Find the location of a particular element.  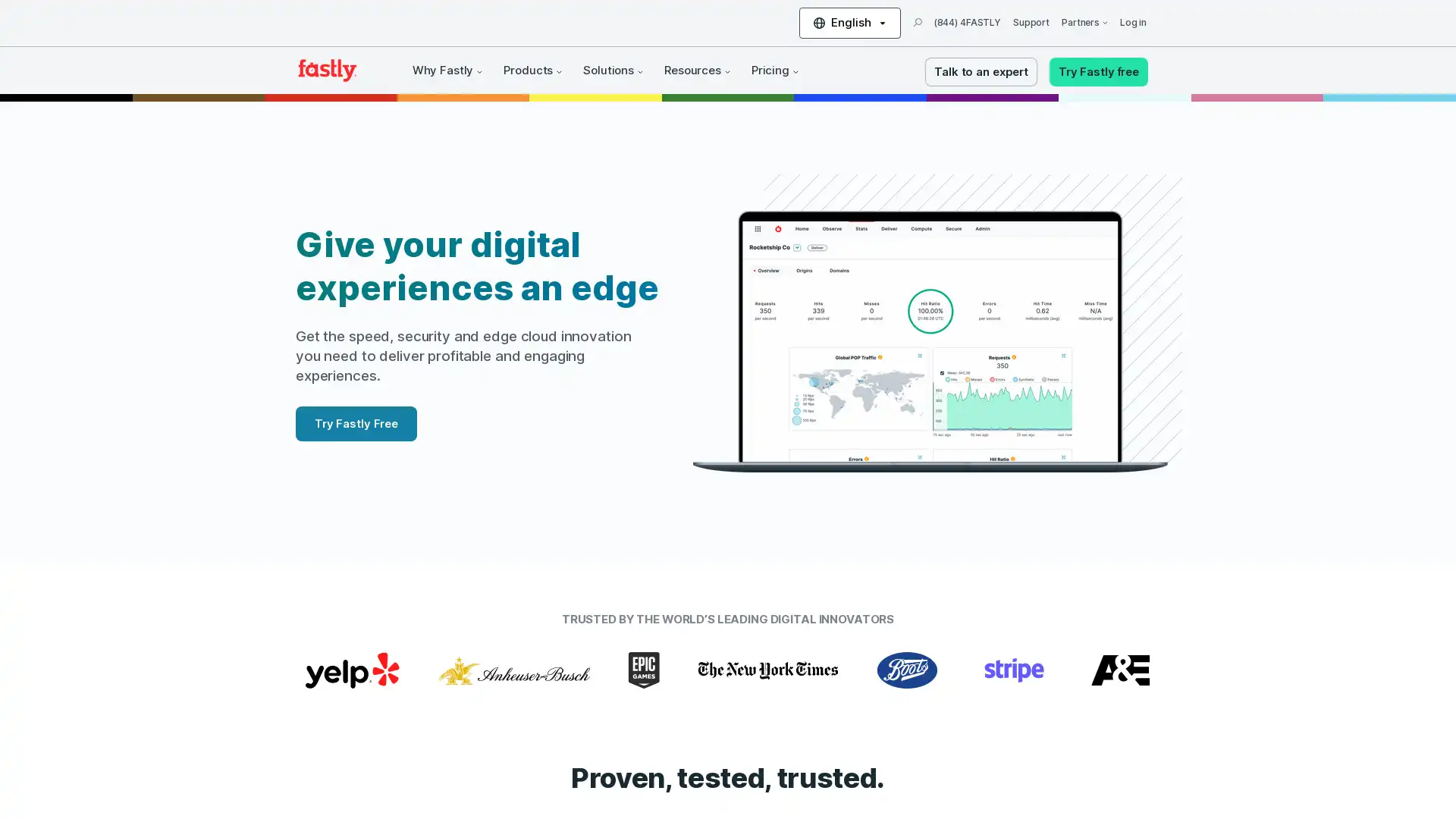

Cookies Settings is located at coordinates (154, 761).